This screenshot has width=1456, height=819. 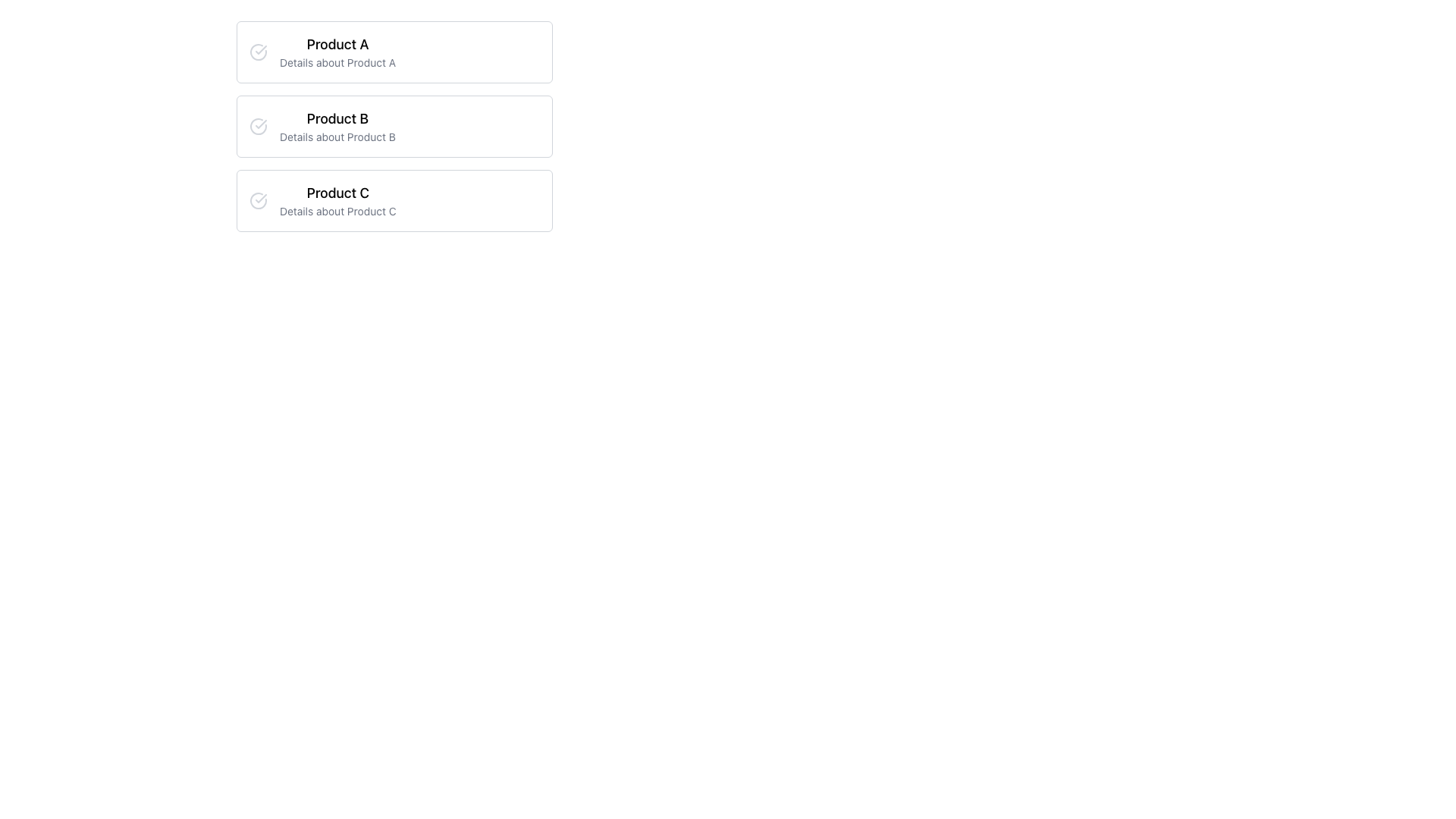 I want to click on the text label that reads 'Product A', which is styled in bold or larger font and is the main label of the first product in the vertical list, so click(x=337, y=43).